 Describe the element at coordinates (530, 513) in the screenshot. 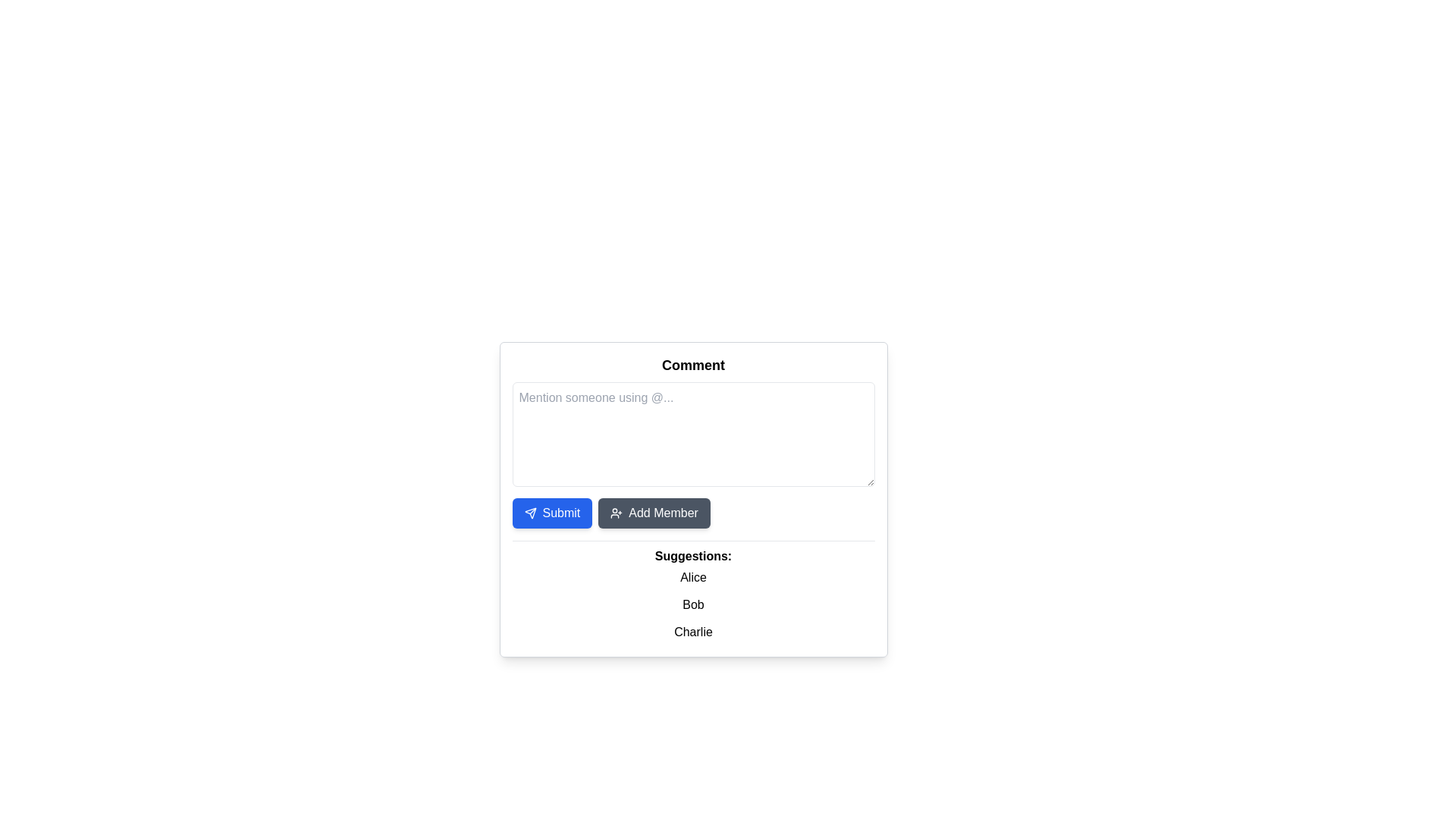

I see `the paper airplane icon located inside the 'Submit' button, which has a blue background and white text, positioned on the left side of the button's content` at that location.